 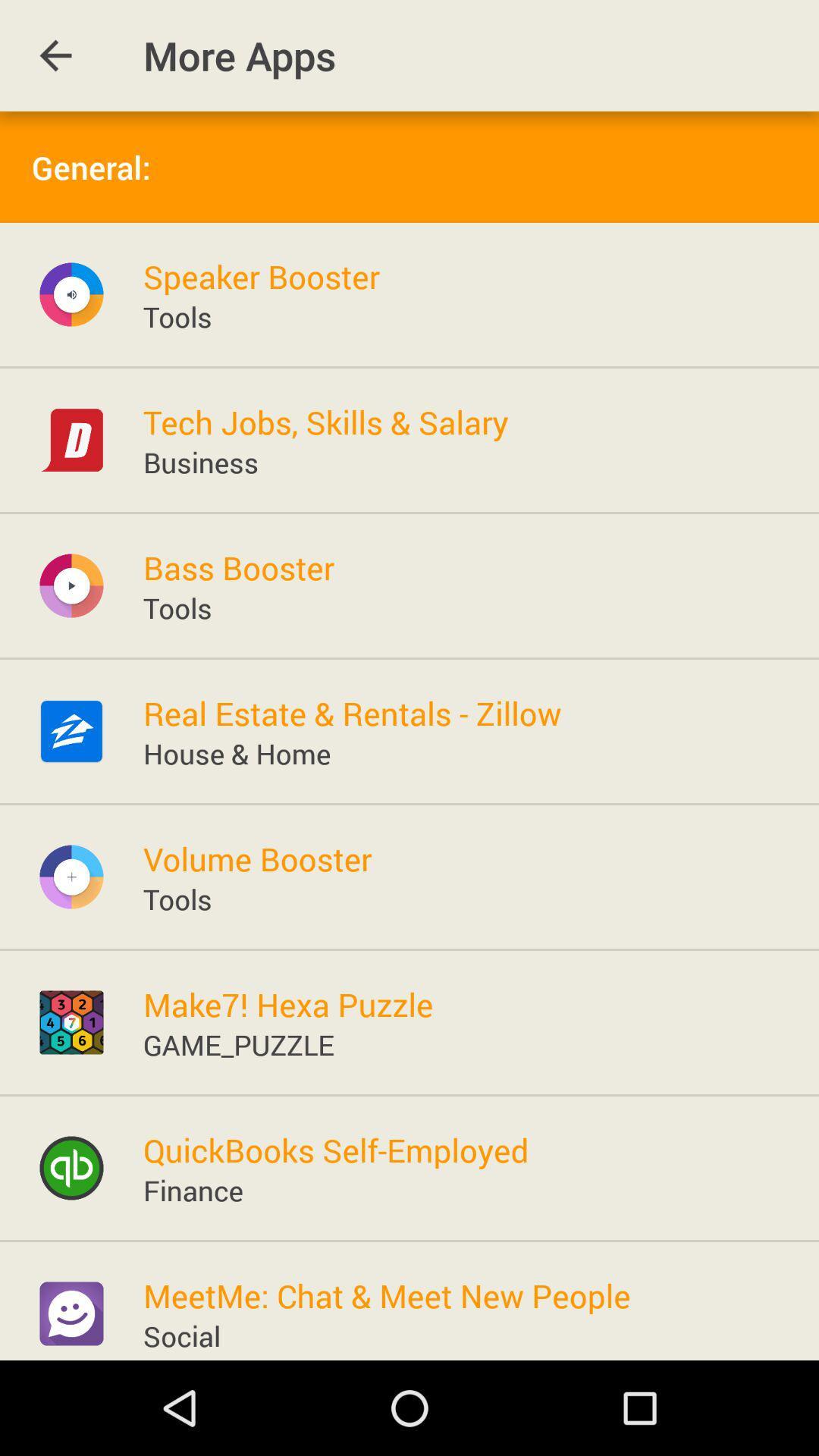 I want to click on the icon below the business icon, so click(x=239, y=566).